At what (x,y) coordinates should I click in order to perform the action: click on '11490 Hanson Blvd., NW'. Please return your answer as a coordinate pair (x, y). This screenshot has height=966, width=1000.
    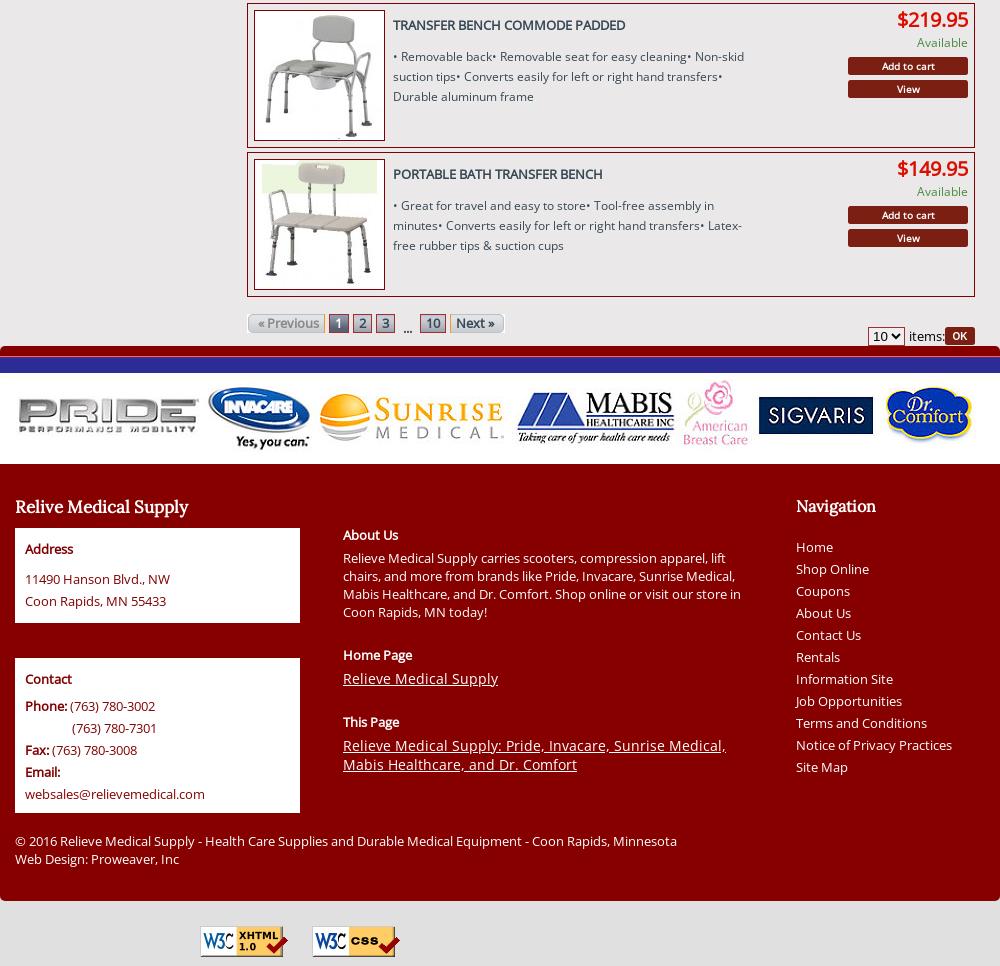
    Looking at the image, I should click on (96, 576).